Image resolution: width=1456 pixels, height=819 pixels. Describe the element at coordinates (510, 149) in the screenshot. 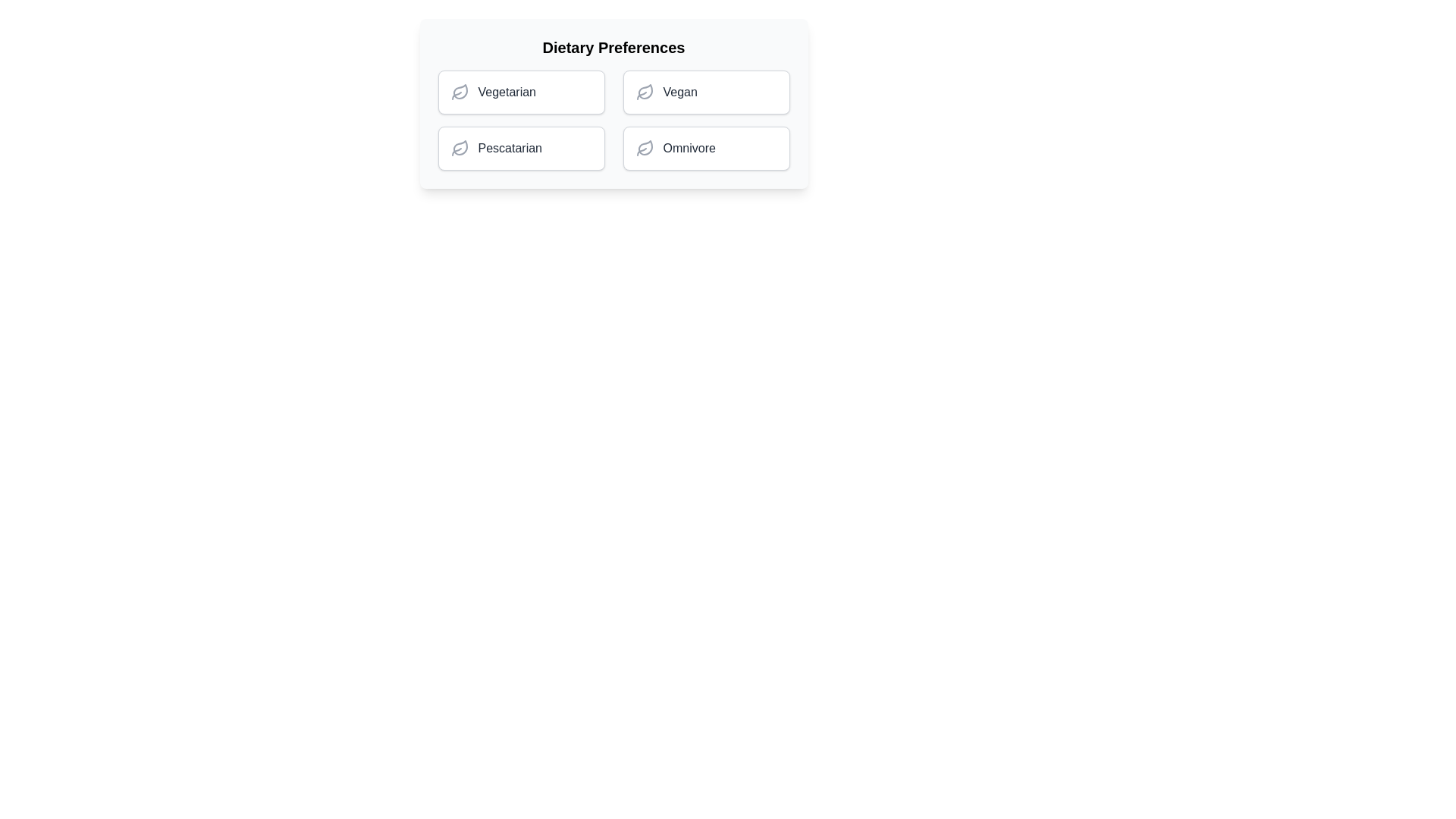

I see `text label 'Pescatarian' located within the option button with a white background and a gray border, positioned in the second row of dietary preferences` at that location.